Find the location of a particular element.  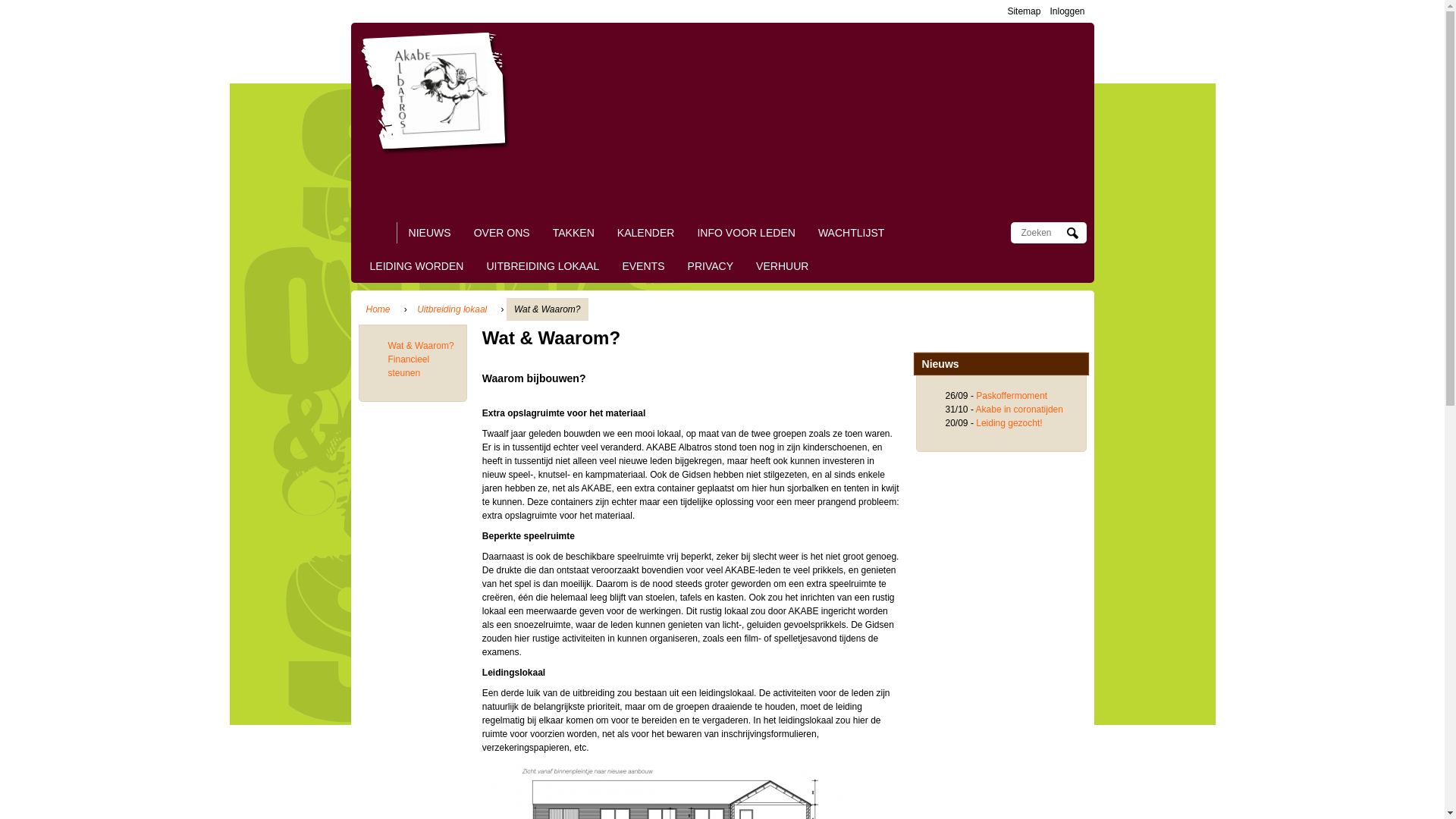

'TAKKEN' is located at coordinates (573, 233).